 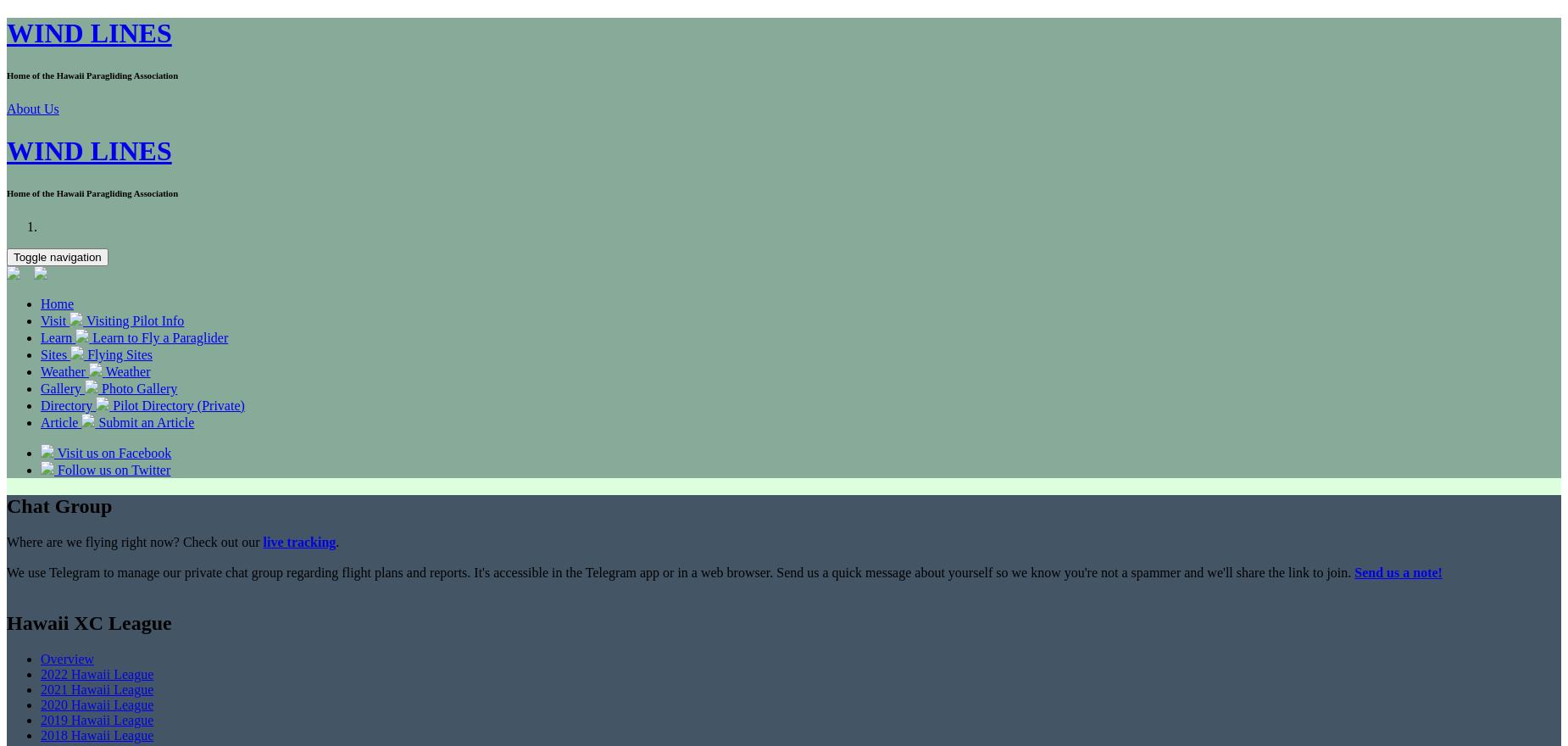 What do you see at coordinates (56, 255) in the screenshot?
I see `'Toggle navigation'` at bounding box center [56, 255].